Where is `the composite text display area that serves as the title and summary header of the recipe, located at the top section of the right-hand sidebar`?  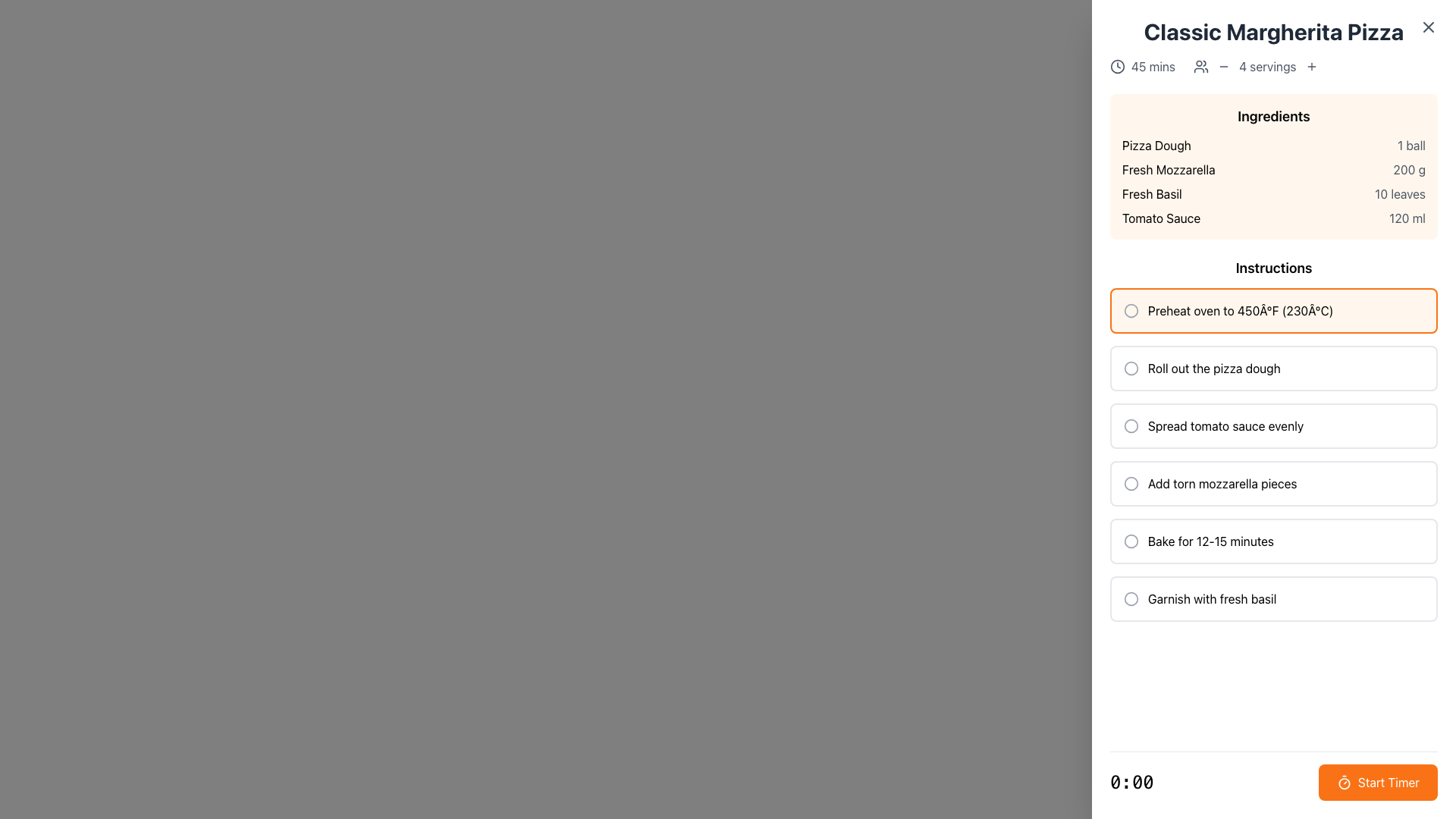 the composite text display area that serves as the title and summary header of the recipe, located at the top section of the right-hand sidebar is located at coordinates (1274, 45).